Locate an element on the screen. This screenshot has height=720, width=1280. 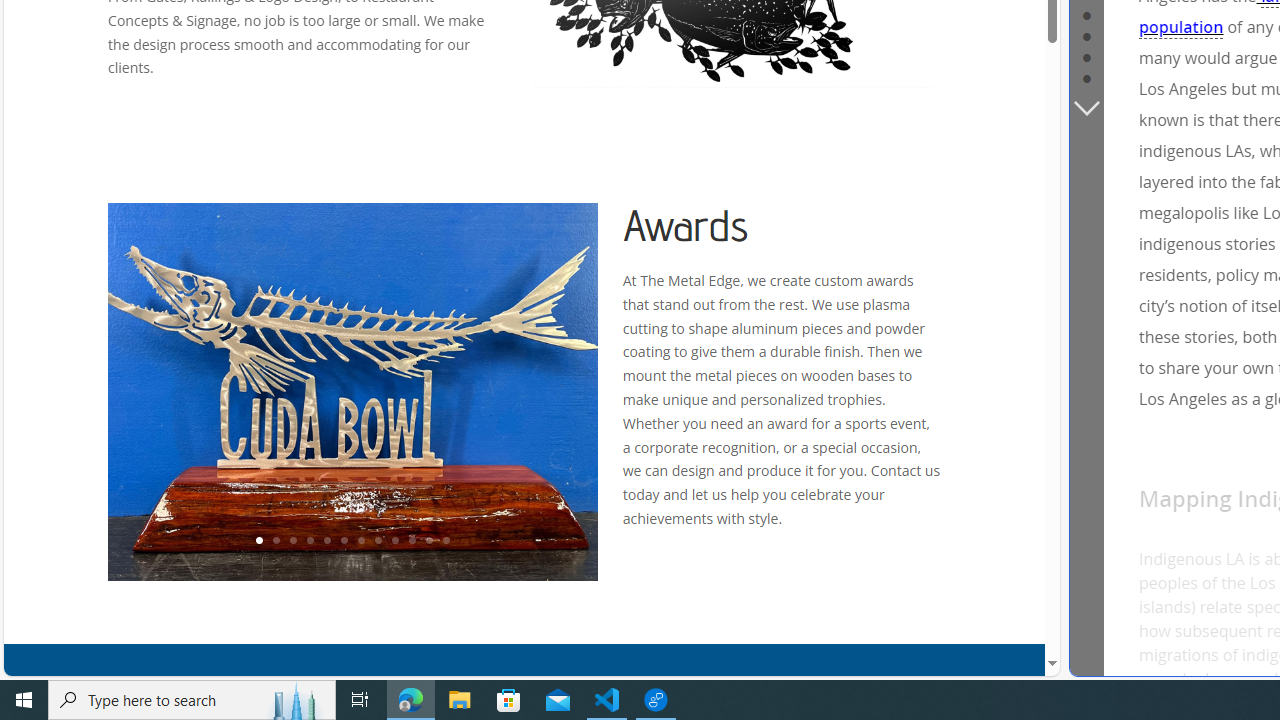
'7' is located at coordinates (360, 541).